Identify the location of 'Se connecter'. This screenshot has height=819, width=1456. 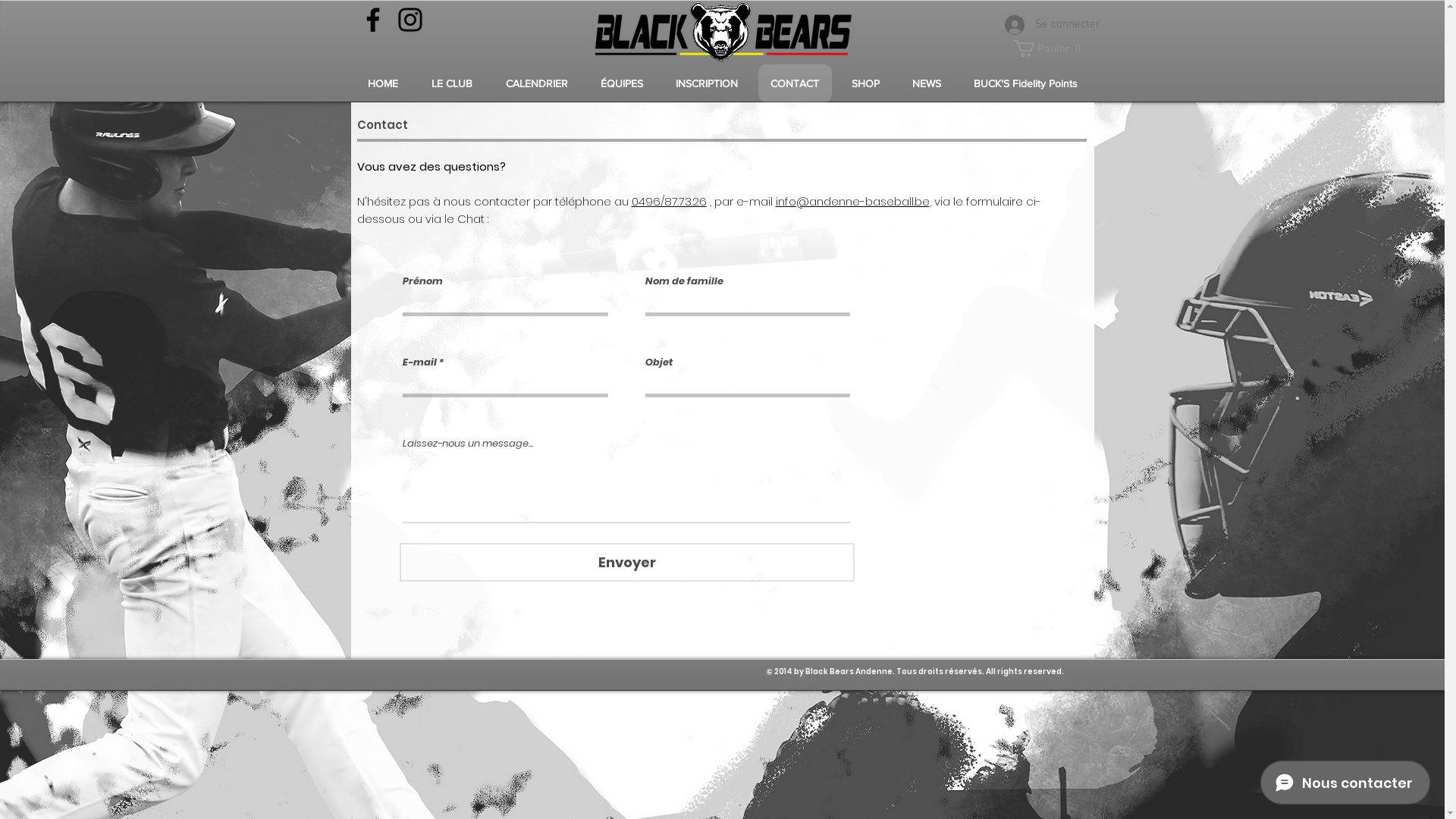
(1037, 25).